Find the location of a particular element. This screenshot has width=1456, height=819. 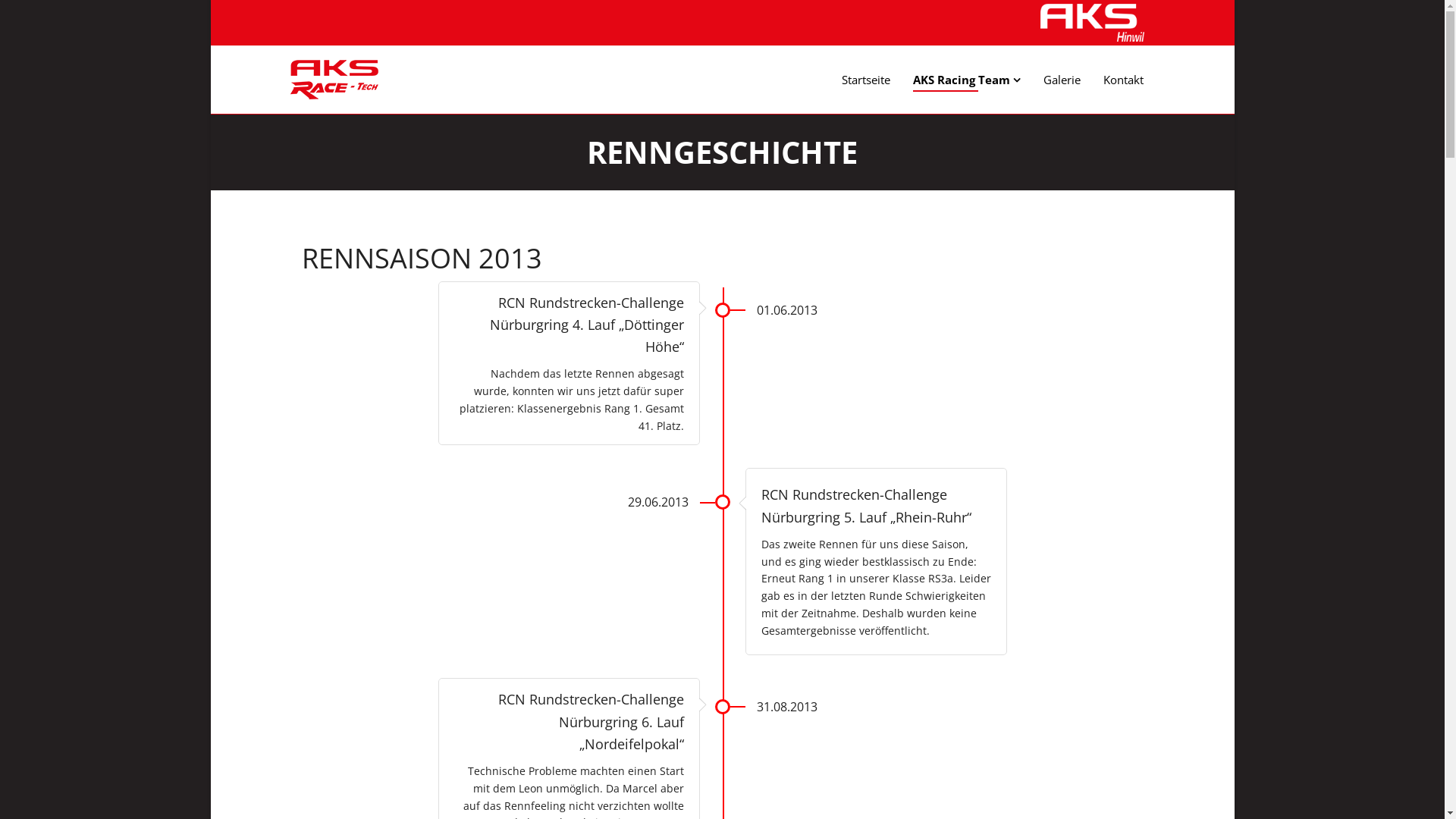

'Galerie' is located at coordinates (1060, 79).